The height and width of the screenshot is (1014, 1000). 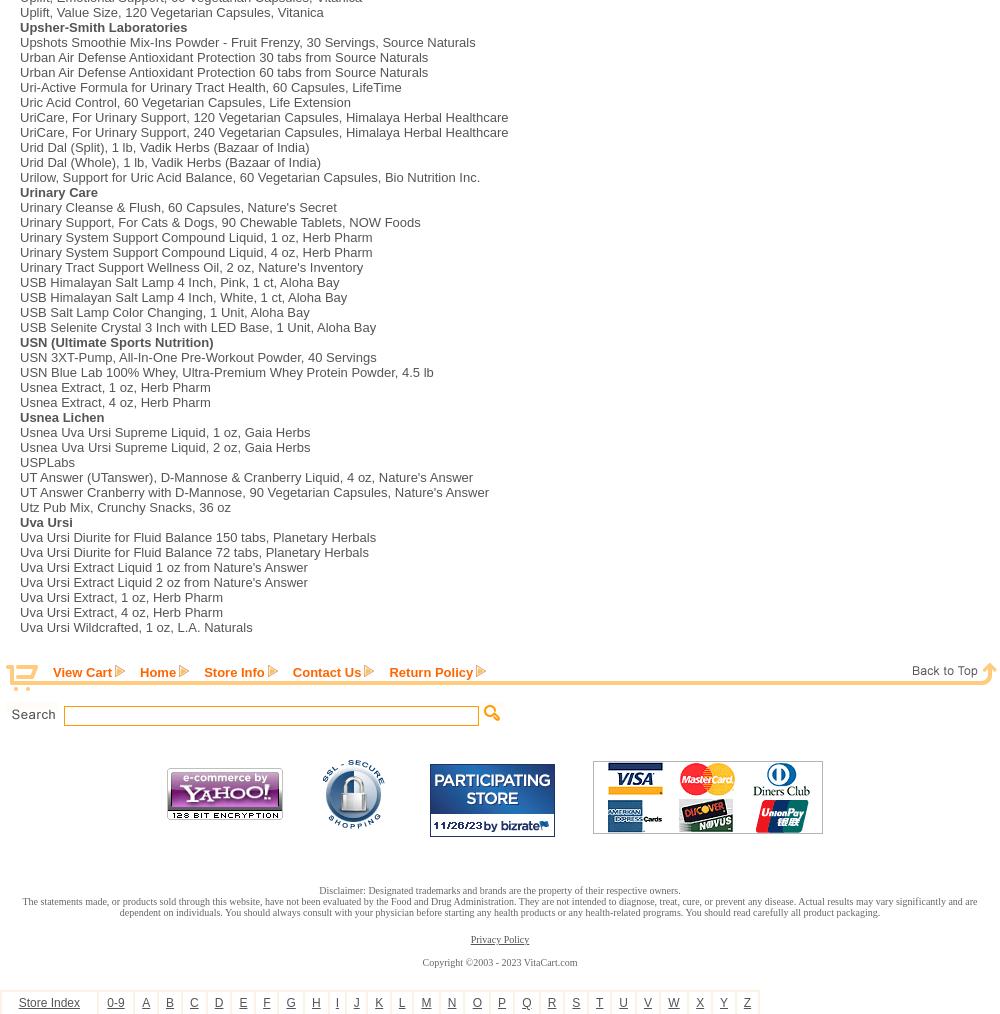 I want to click on 'Urban Air Defense Antioxidant Protection 60 tabs from Source Naturals', so click(x=223, y=71).